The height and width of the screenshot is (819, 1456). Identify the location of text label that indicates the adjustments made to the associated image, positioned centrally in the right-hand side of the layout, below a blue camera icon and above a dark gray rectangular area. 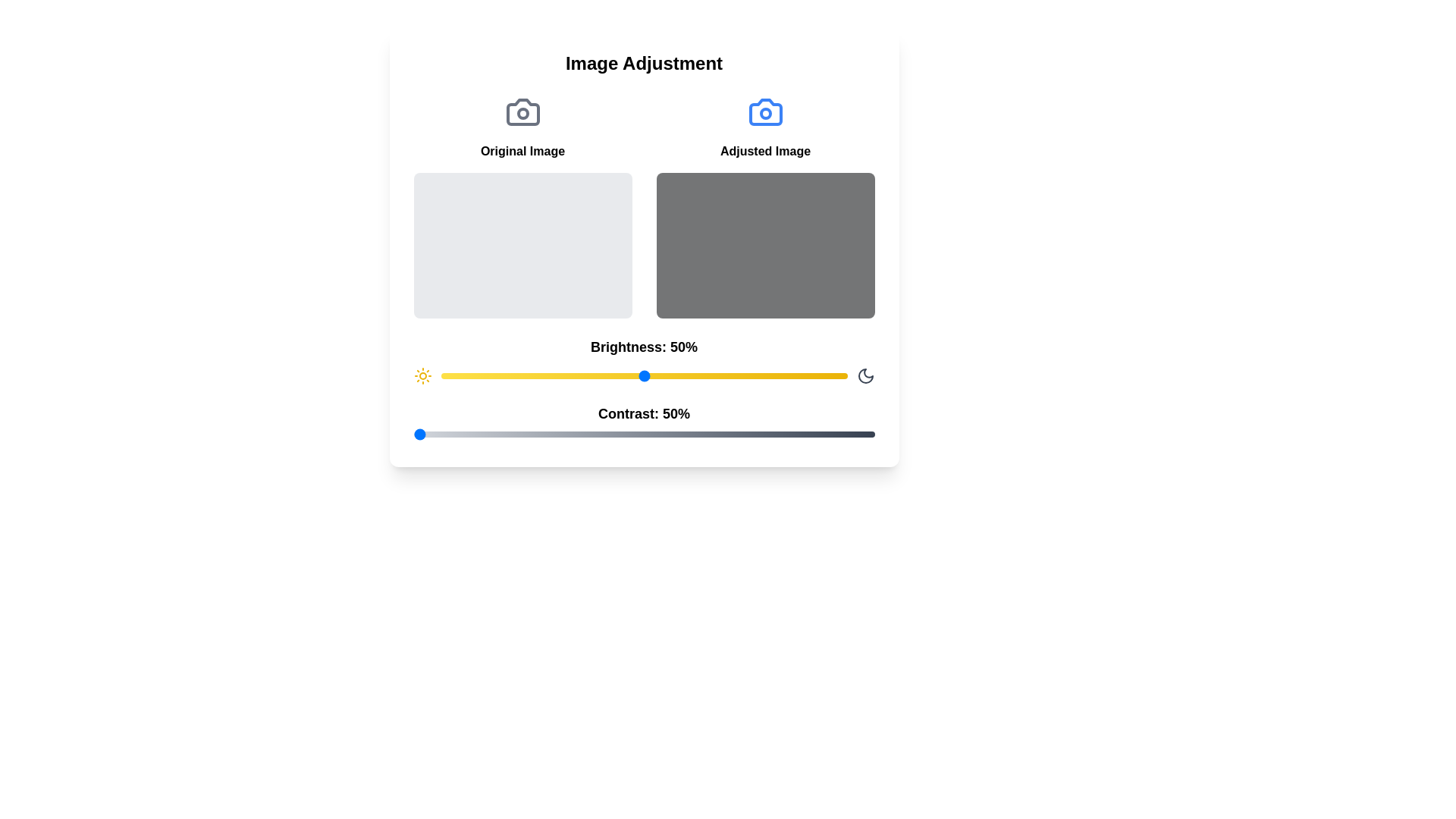
(765, 152).